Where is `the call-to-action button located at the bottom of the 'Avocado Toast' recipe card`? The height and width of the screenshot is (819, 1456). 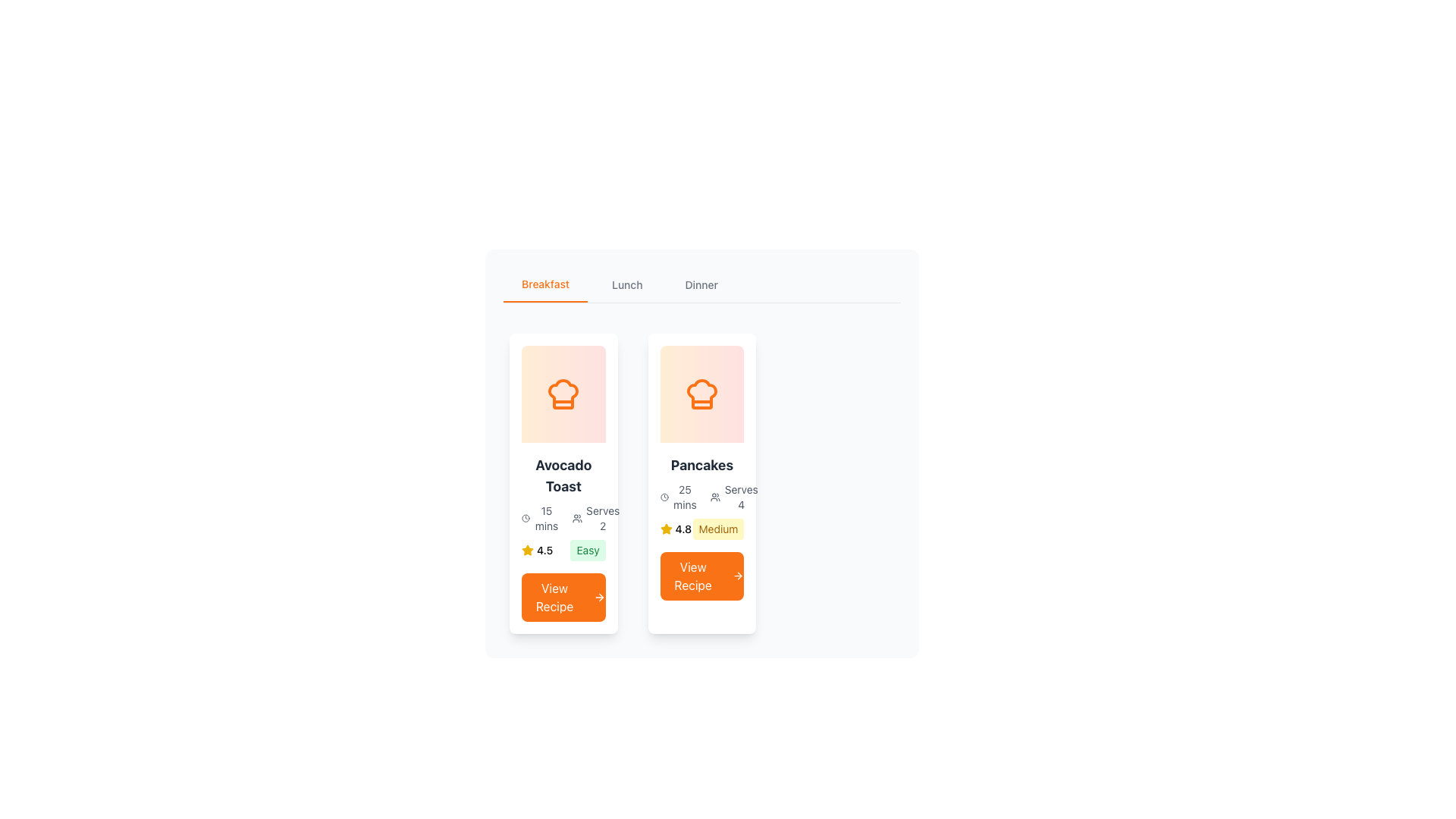
the call-to-action button located at the bottom of the 'Avocado Toast' recipe card is located at coordinates (563, 596).